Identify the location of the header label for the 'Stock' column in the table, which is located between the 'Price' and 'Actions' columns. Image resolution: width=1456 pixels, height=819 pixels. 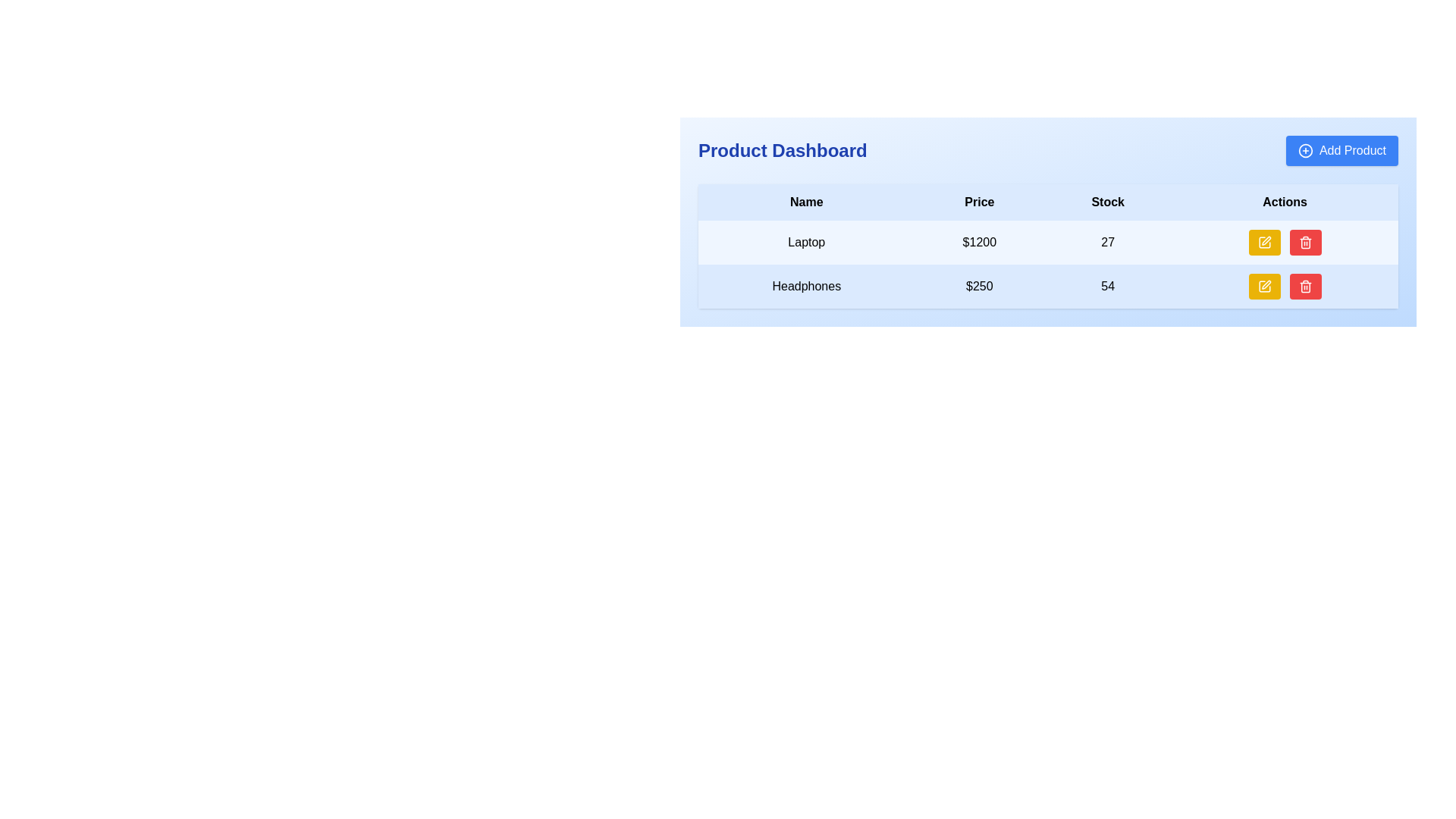
(1108, 201).